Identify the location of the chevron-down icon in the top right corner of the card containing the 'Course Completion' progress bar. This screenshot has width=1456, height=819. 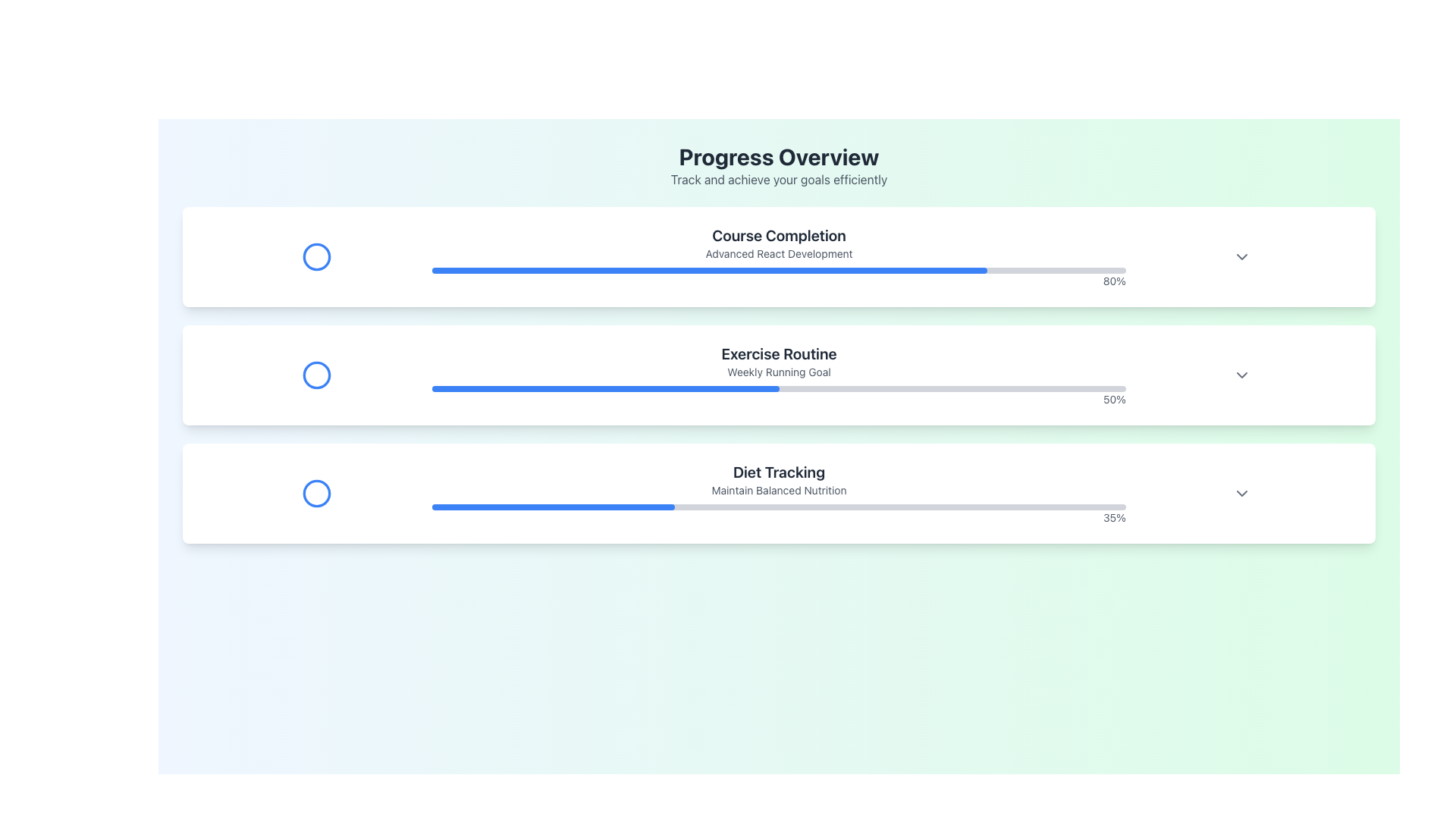
(1241, 256).